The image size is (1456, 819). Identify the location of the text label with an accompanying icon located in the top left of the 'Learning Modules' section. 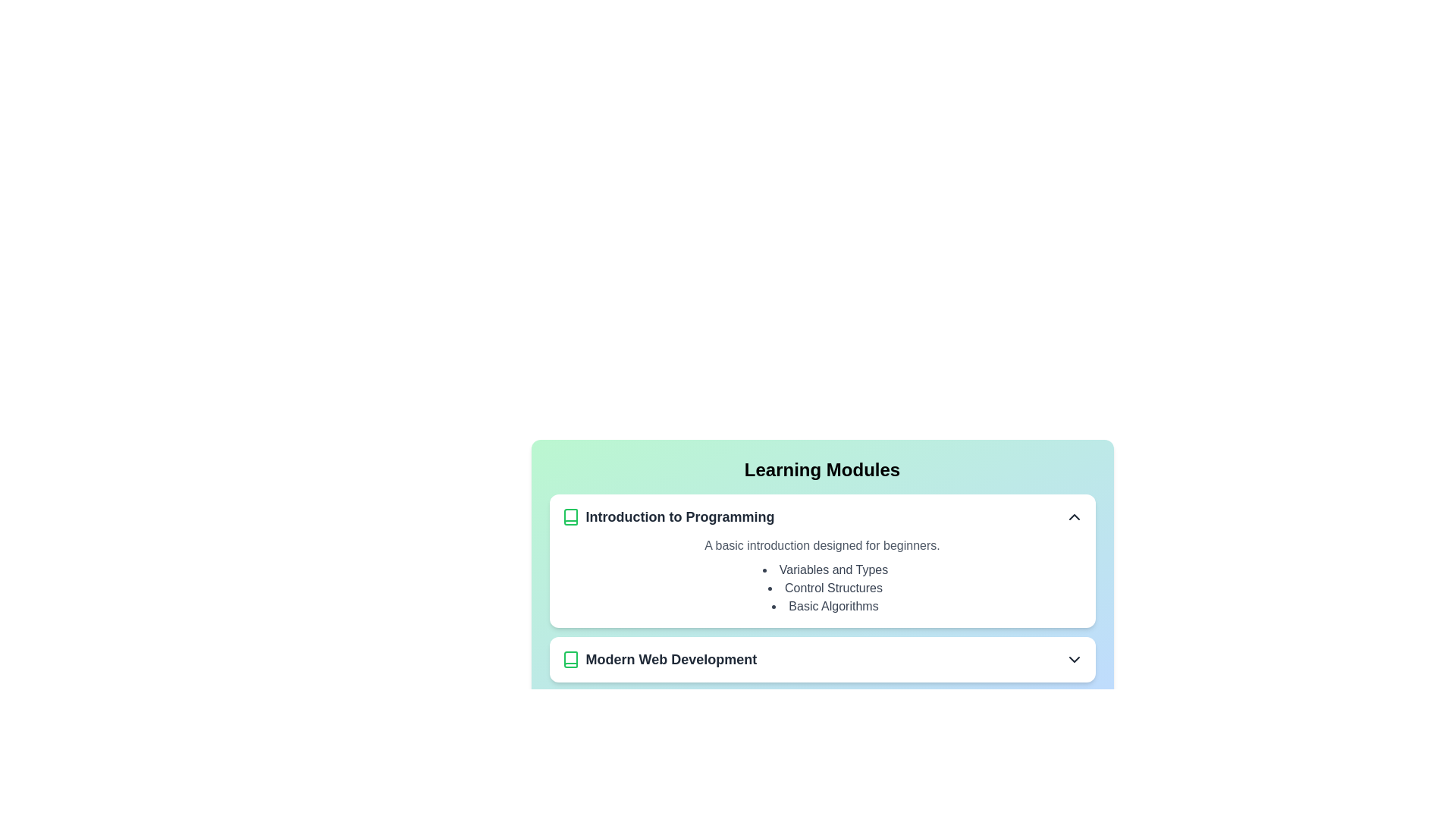
(667, 516).